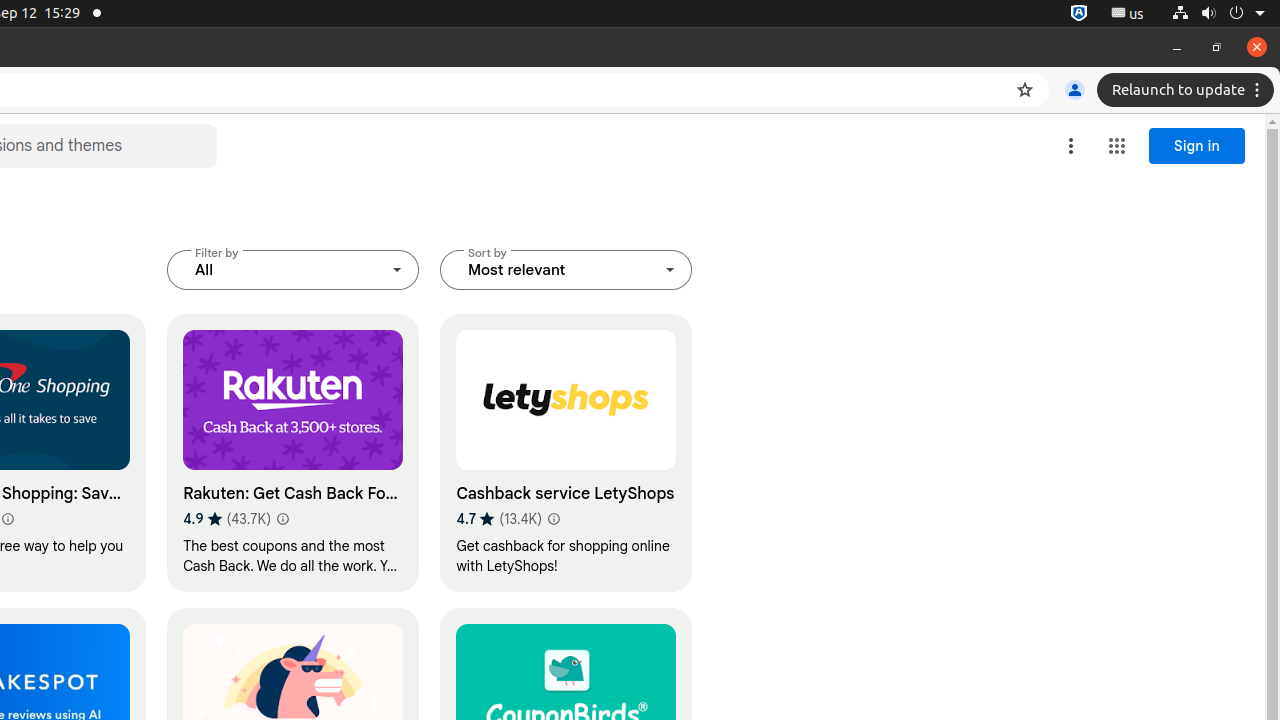  What do you see at coordinates (292, 270) in the screenshot?
I see `'Filter by ​All'` at bounding box center [292, 270].